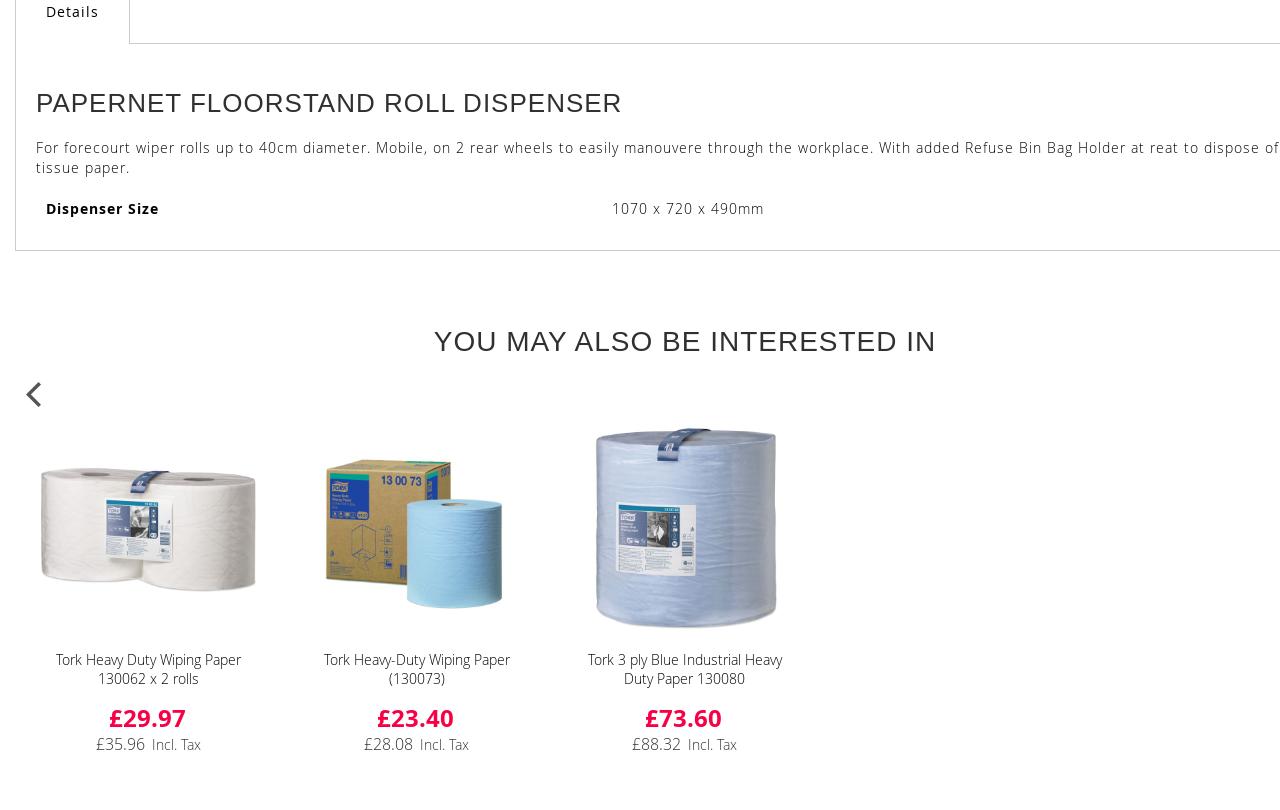  I want to click on 'Tork 3 ply Blue Industrial Heavy Duty Paper 130080', so click(684, 667).